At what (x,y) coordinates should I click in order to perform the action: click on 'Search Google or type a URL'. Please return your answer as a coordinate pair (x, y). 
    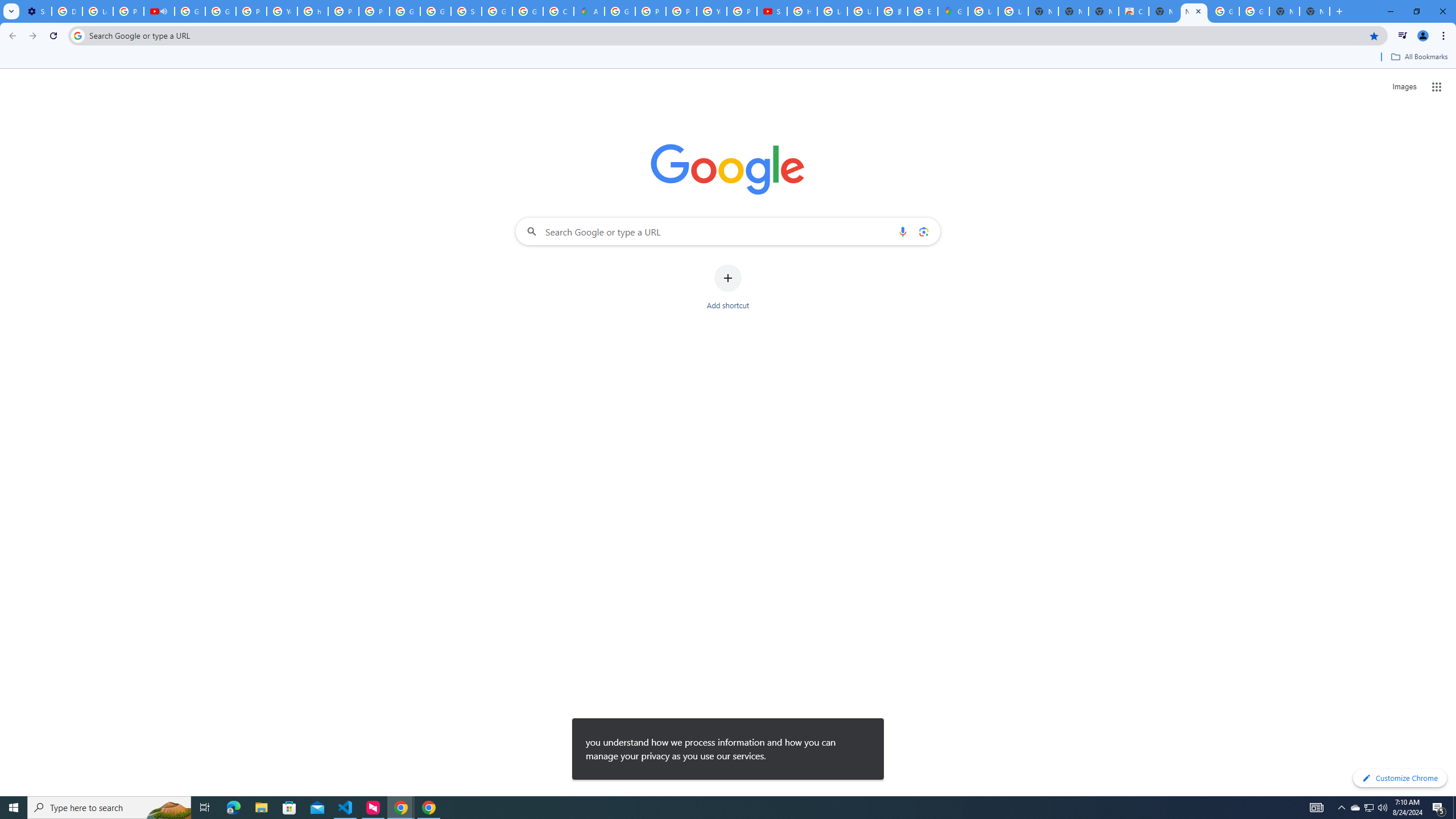
    Looking at the image, I should click on (728, 230).